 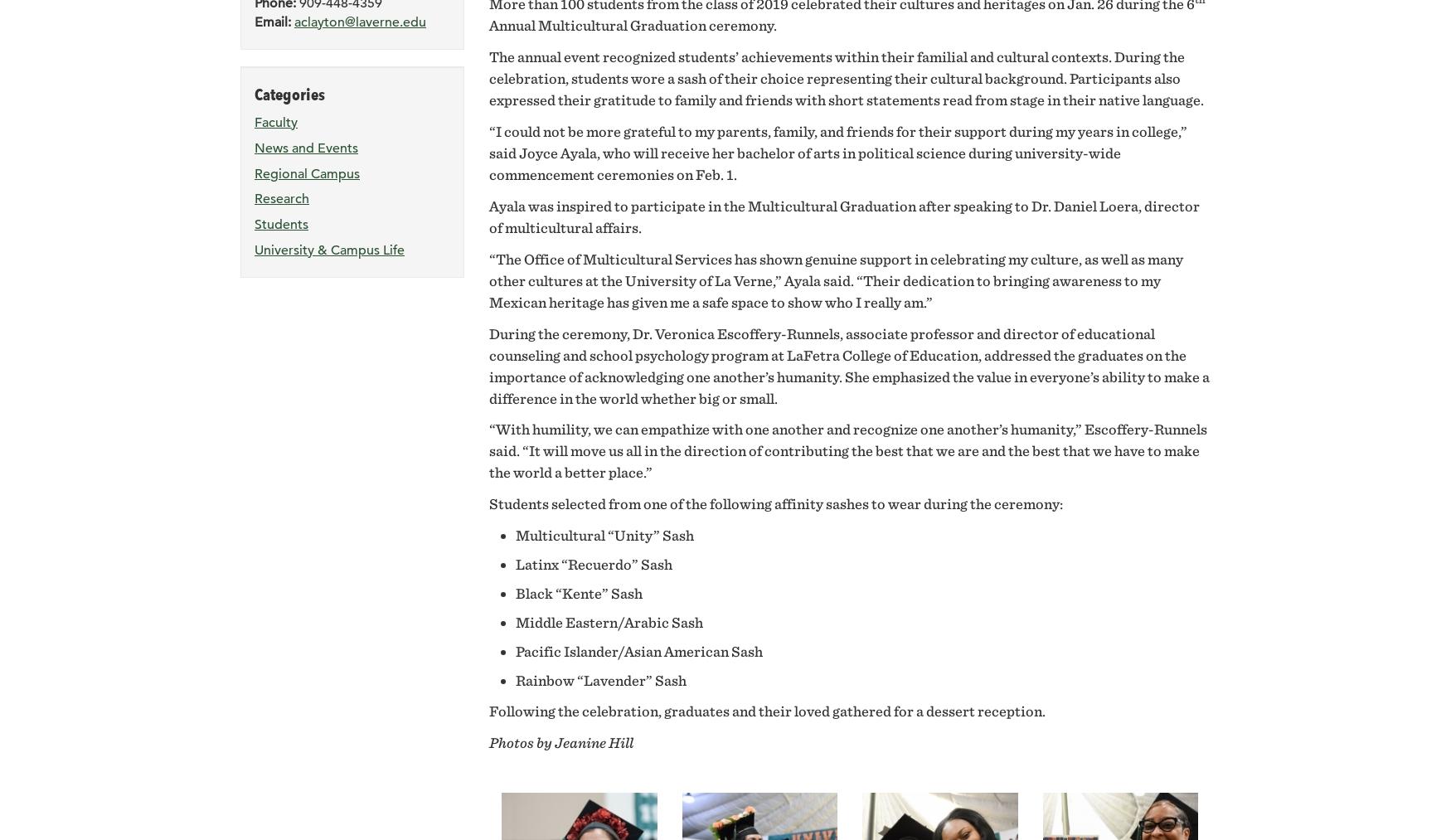 What do you see at coordinates (515, 622) in the screenshot?
I see `'Middle Eastern/Arabic Sash'` at bounding box center [515, 622].